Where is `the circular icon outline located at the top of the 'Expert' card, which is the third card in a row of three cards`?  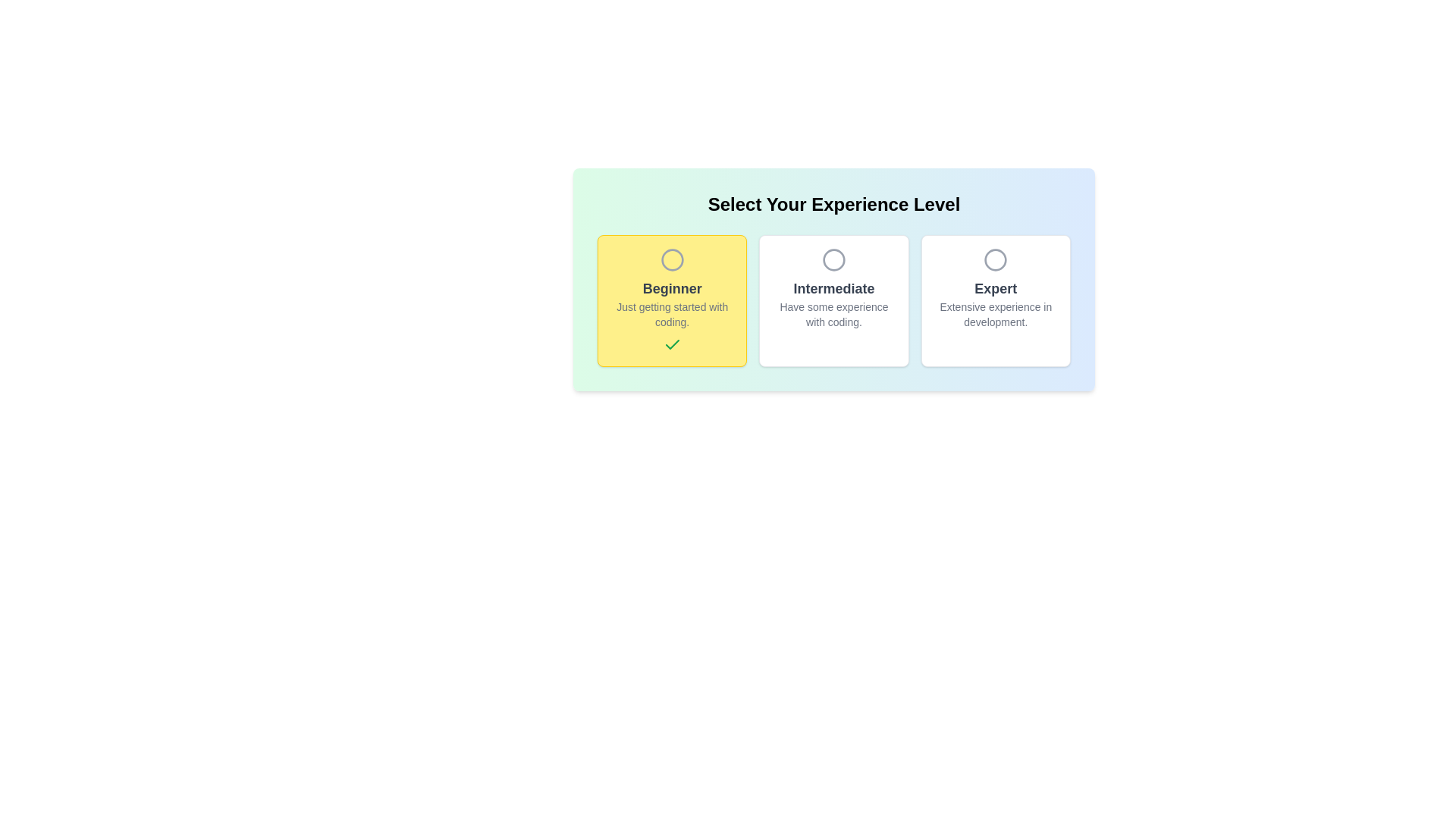
the circular icon outline located at the top of the 'Expert' card, which is the third card in a row of three cards is located at coordinates (996, 259).